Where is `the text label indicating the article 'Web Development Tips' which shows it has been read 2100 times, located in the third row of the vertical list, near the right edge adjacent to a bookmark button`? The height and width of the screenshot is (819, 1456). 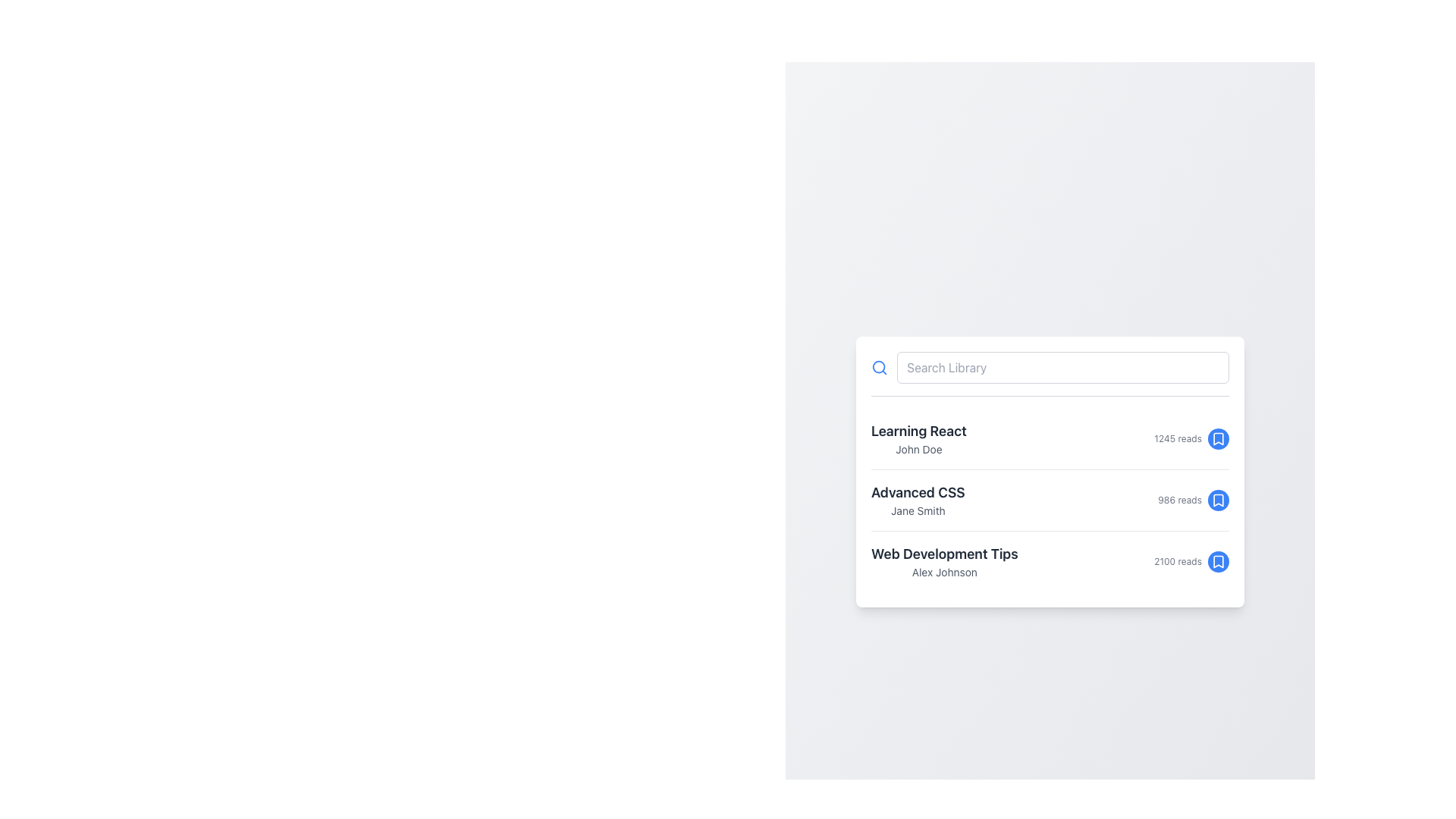
the text label indicating the article 'Web Development Tips' which shows it has been read 2100 times, located in the third row of the vertical list, near the right edge adjacent to a bookmark button is located at coordinates (1191, 561).